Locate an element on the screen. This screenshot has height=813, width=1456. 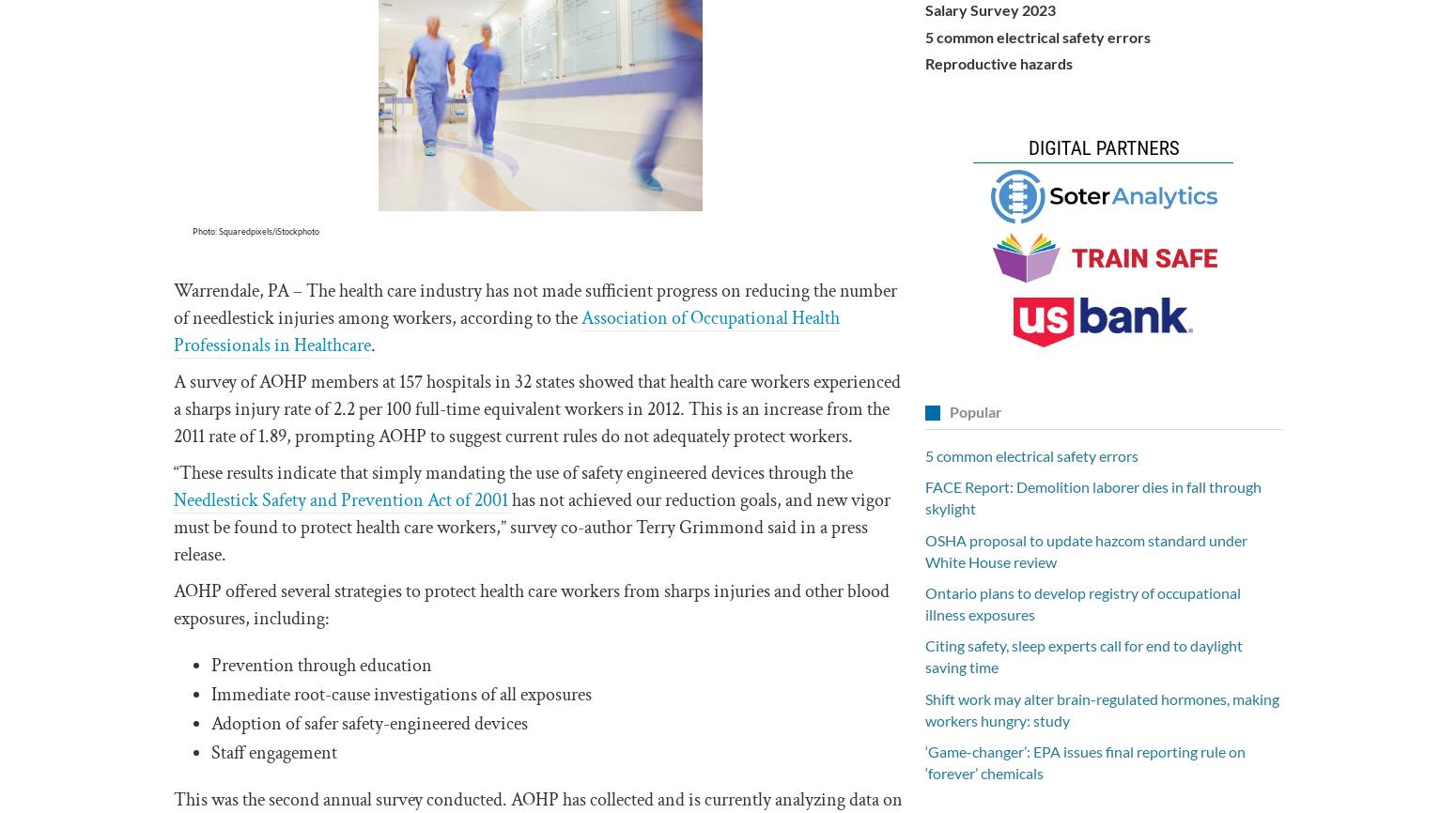
'Adoption of safer safety-engineered devices' is located at coordinates (369, 721).